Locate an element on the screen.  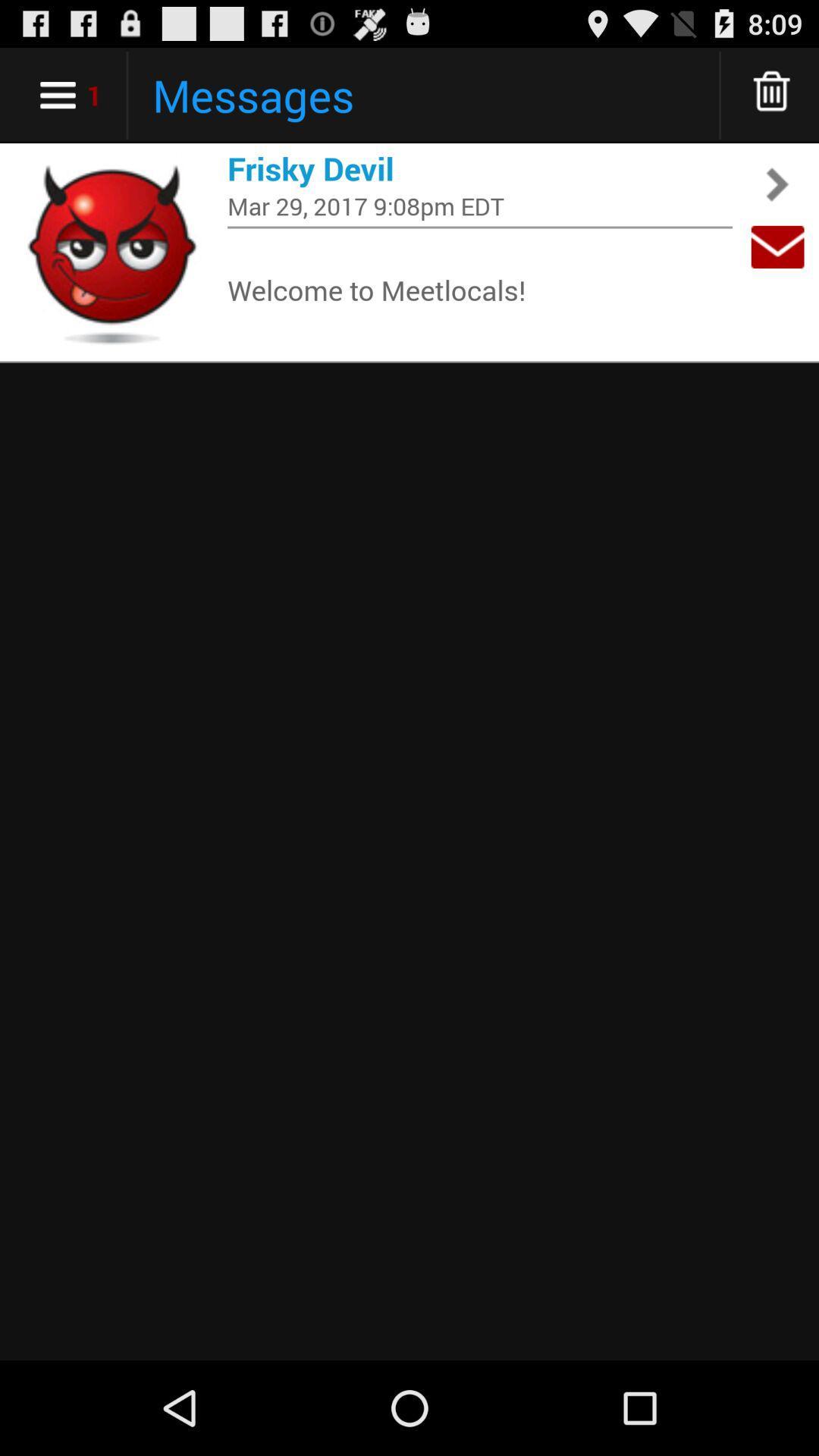
the welcome to meetlocals icon is located at coordinates (479, 289).